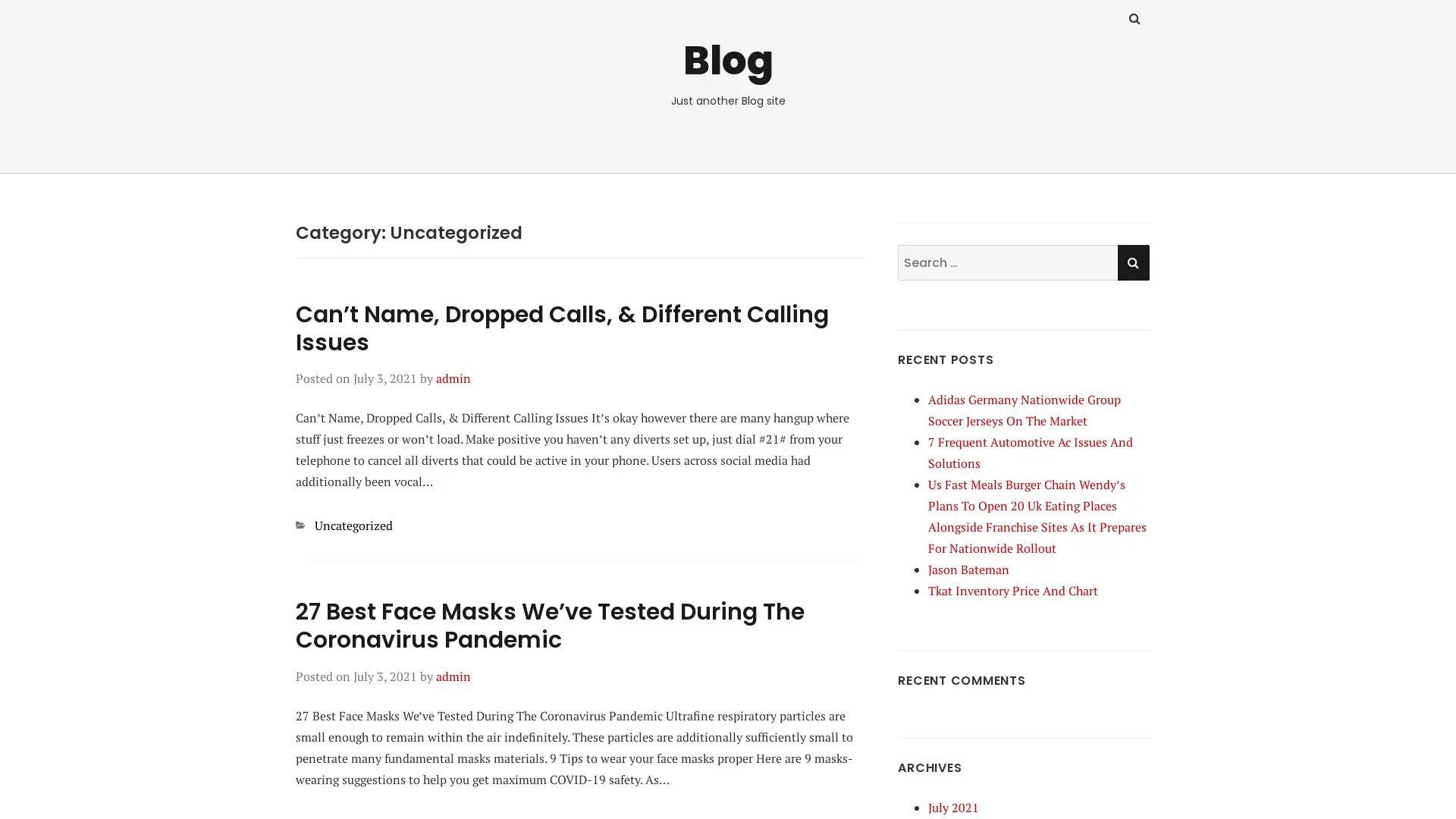 This screenshot has width=1456, height=819. What do you see at coordinates (1132, 261) in the screenshot?
I see `SEARCH` at bounding box center [1132, 261].